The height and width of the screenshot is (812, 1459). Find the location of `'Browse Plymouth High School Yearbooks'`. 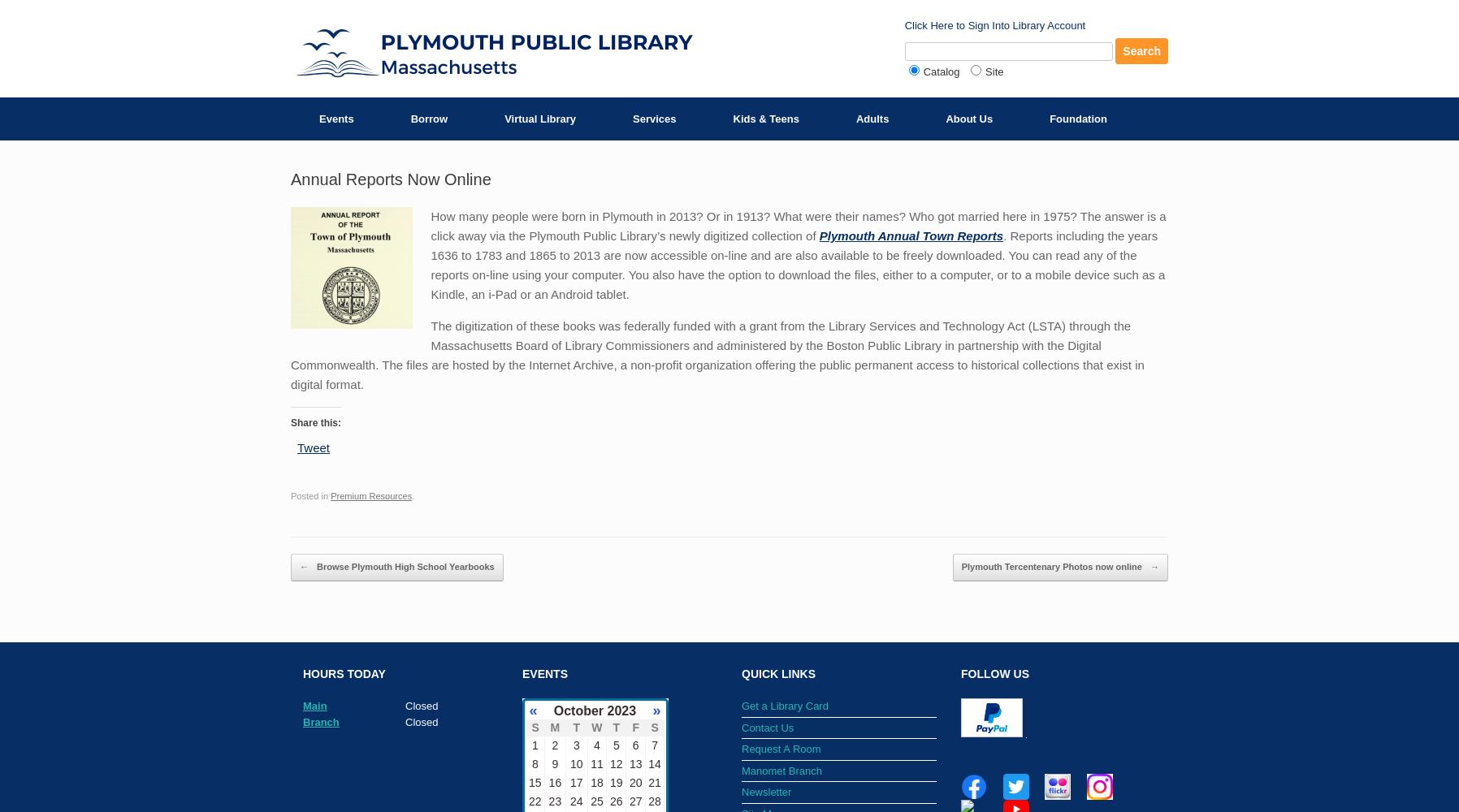

'Browse Plymouth High School Yearbooks' is located at coordinates (403, 566).